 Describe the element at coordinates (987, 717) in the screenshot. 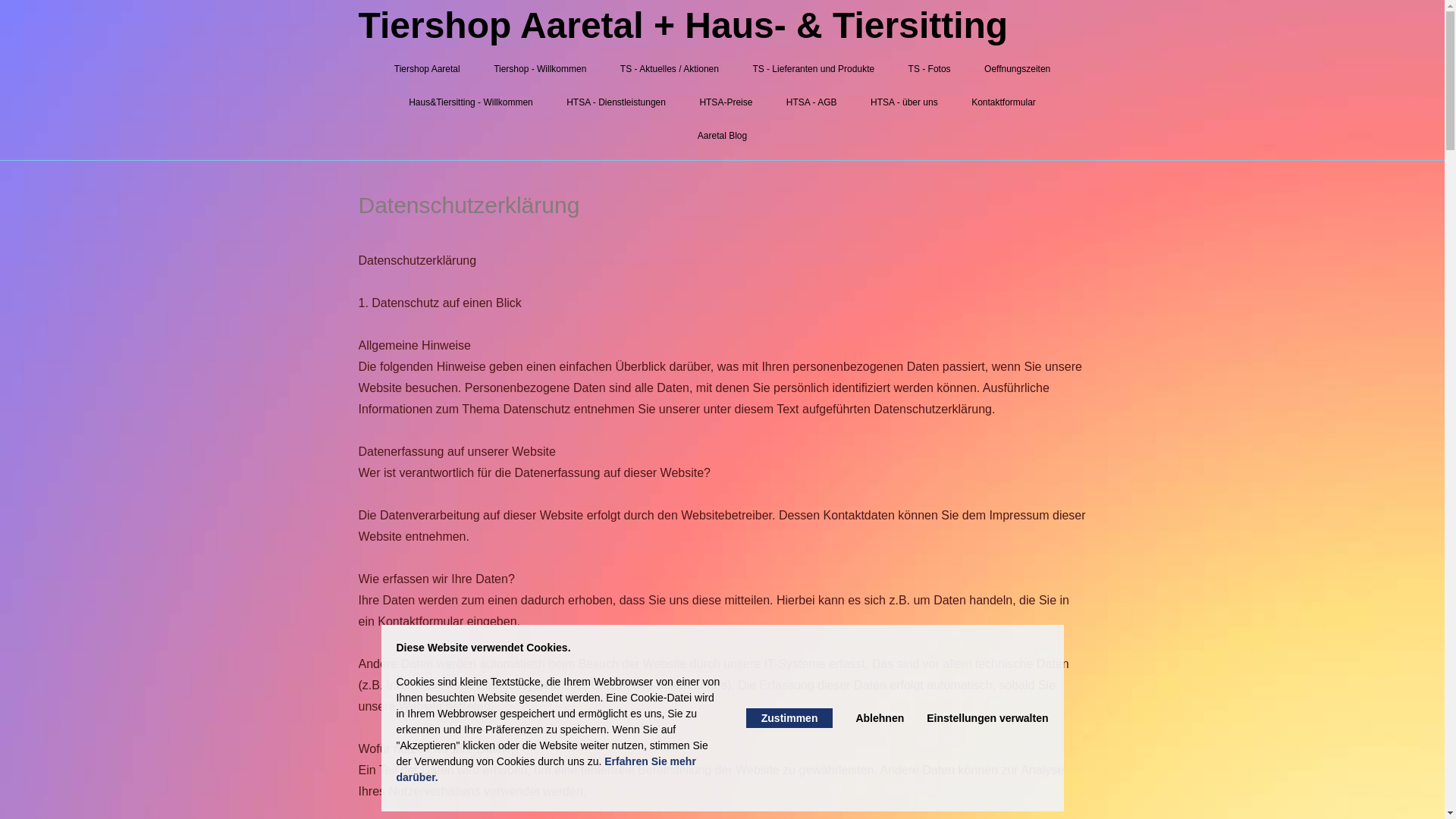

I see `'Einstellungen verwalten'` at that location.